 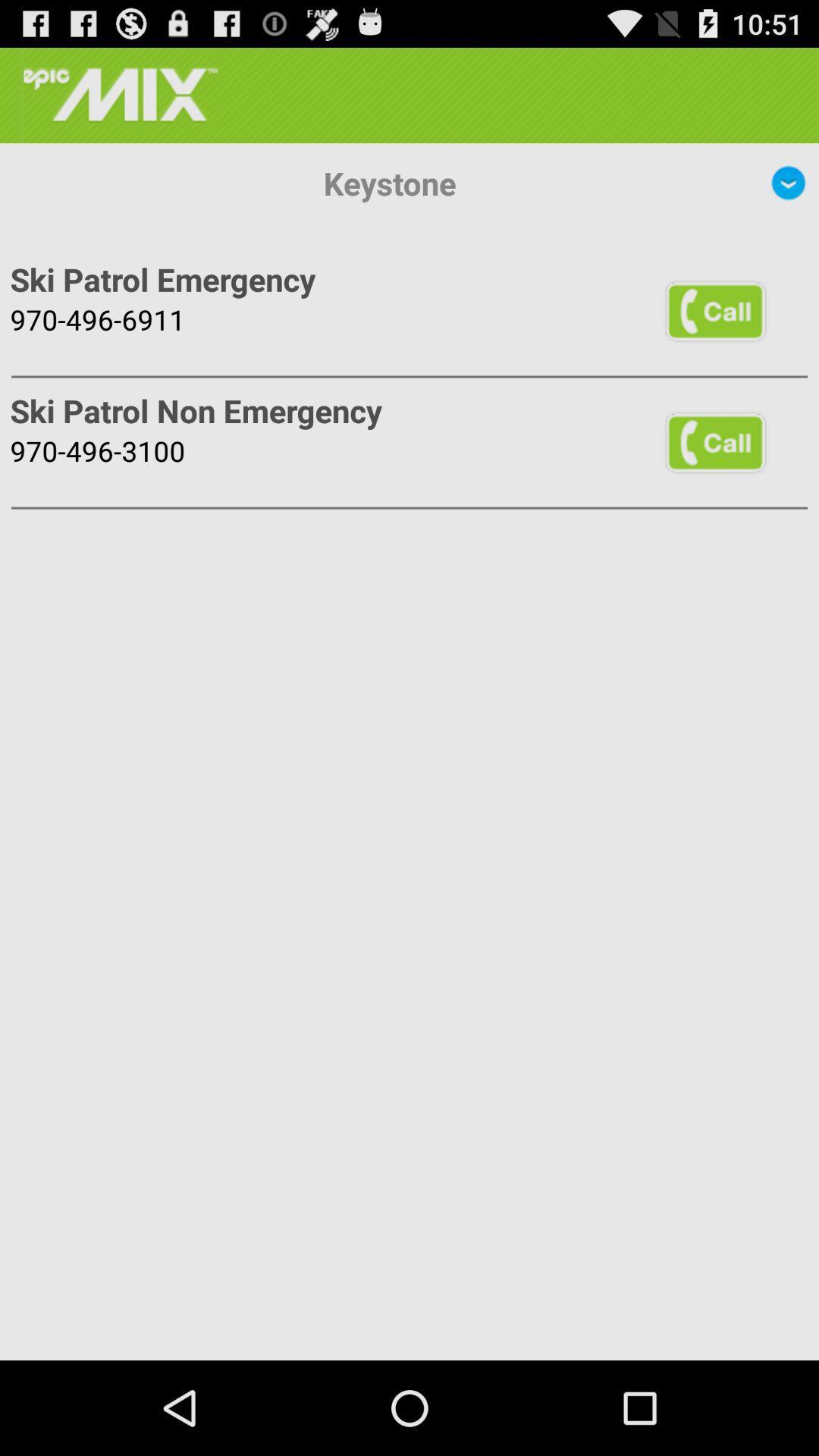 I want to click on the item to the right of the ski patrol non, so click(x=715, y=441).